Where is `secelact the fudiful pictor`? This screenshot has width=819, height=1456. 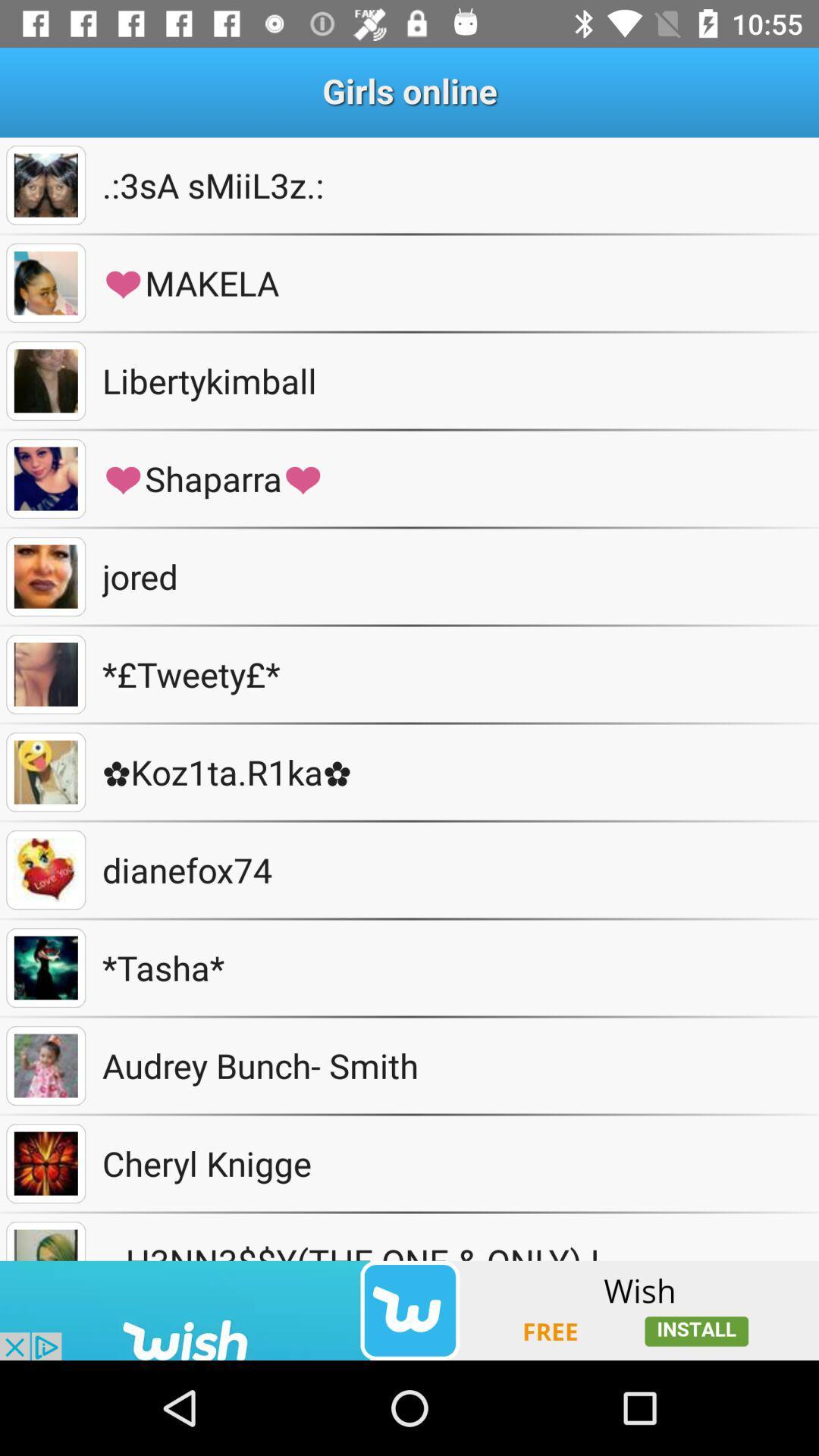
secelact the fudiful pictor is located at coordinates (45, 283).